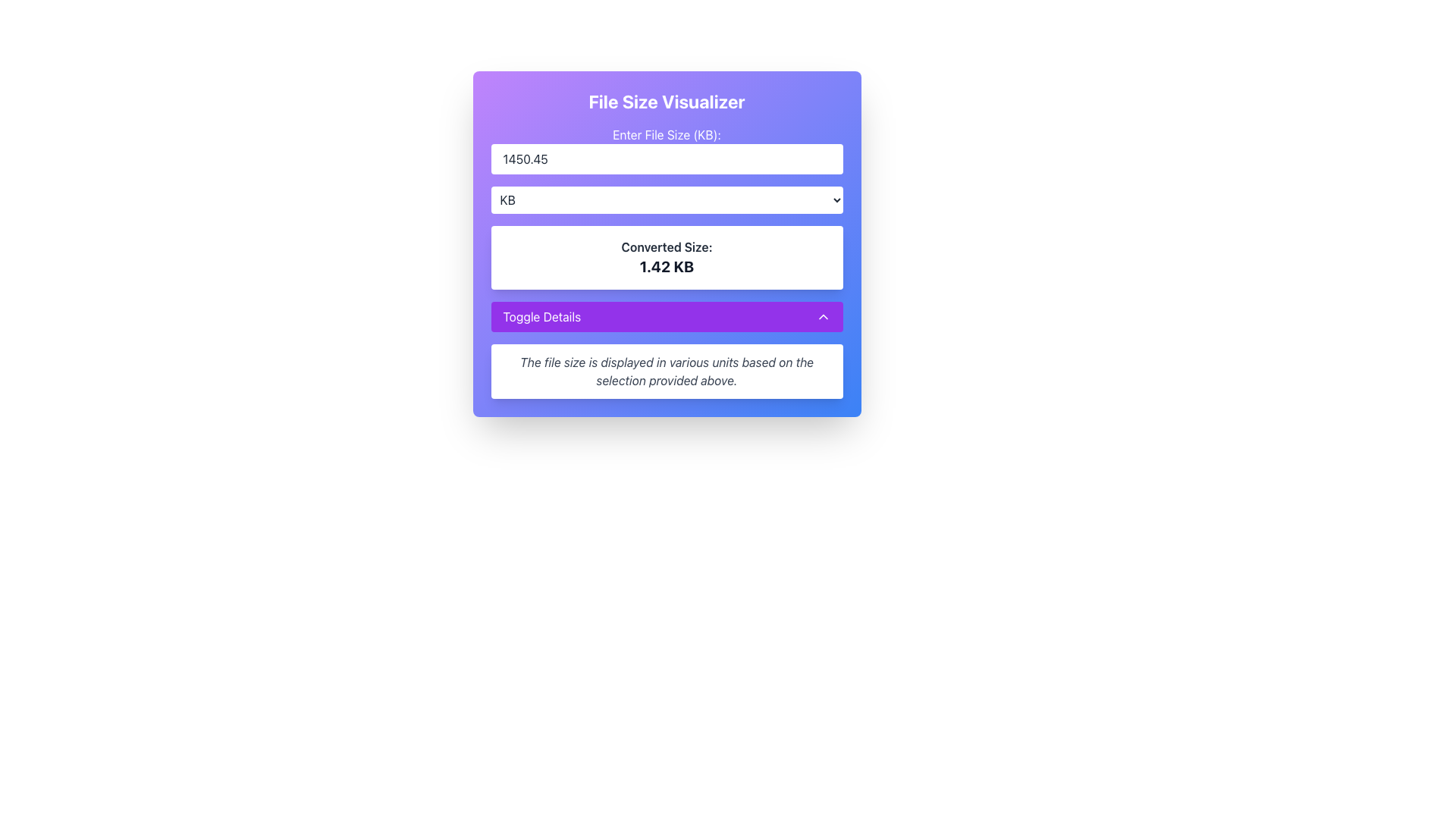 This screenshot has height=819, width=1456. Describe the element at coordinates (667, 133) in the screenshot. I see `the text label displaying 'Enter File Size (KB):' which is on a purple rectangular background, located above a number input field` at that location.